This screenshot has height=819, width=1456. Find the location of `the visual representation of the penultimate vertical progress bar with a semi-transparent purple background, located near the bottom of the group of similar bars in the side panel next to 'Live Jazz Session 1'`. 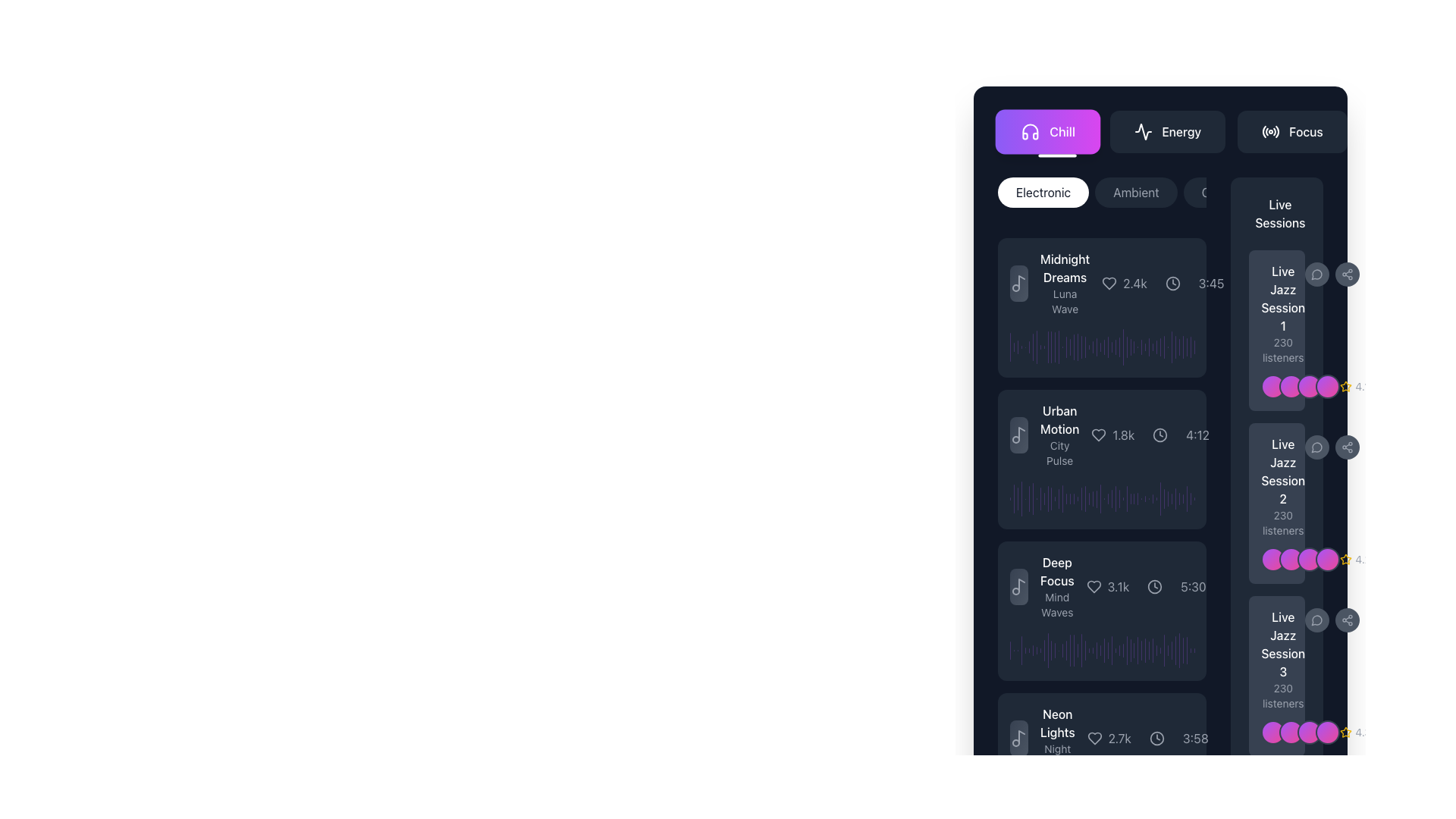

the visual representation of the penultimate vertical progress bar with a semi-transparent purple background, located near the bottom of the group of similar bars in the side panel next to 'Live Jazz Session 1' is located at coordinates (1190, 499).